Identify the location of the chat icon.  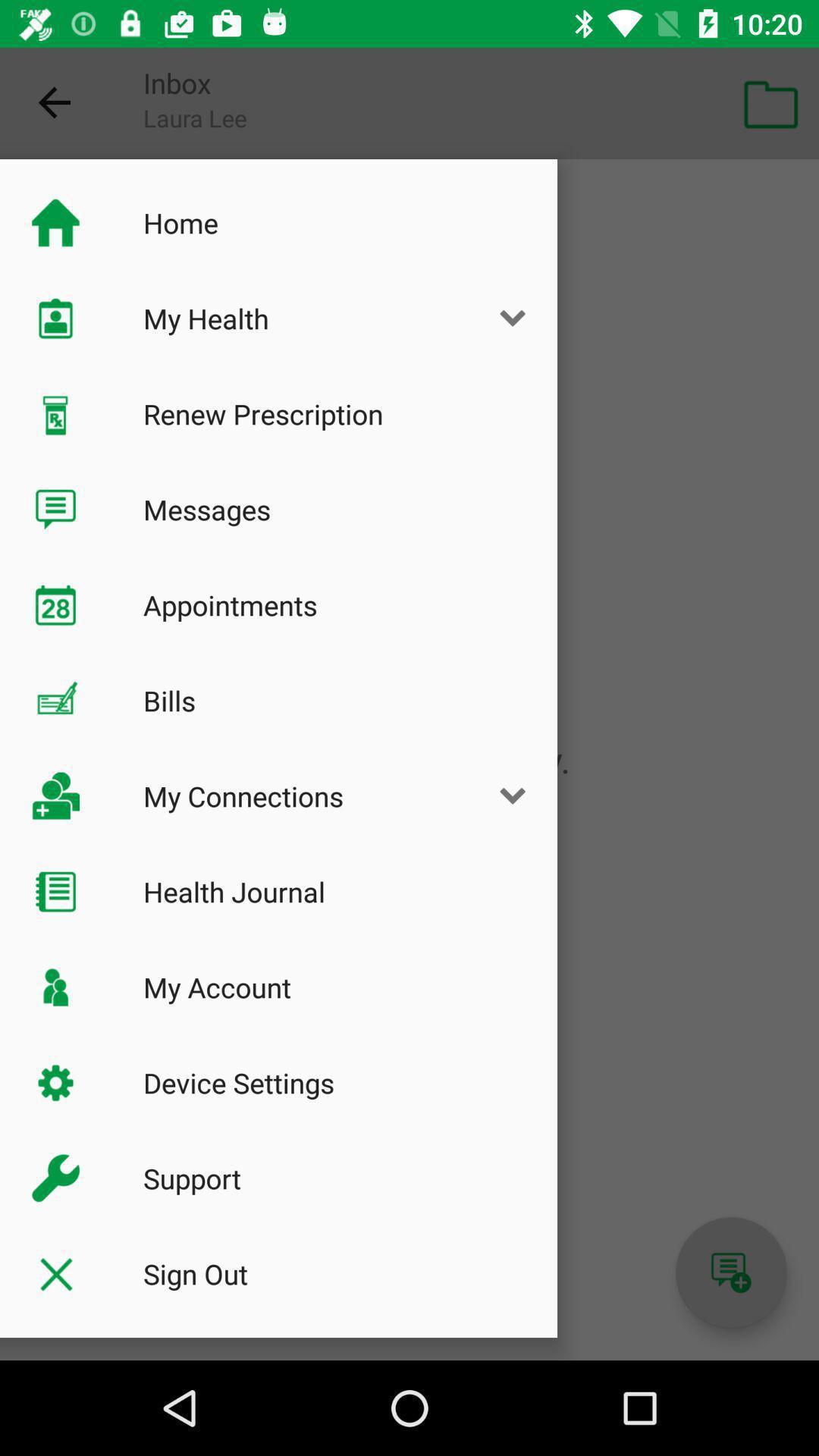
(730, 1272).